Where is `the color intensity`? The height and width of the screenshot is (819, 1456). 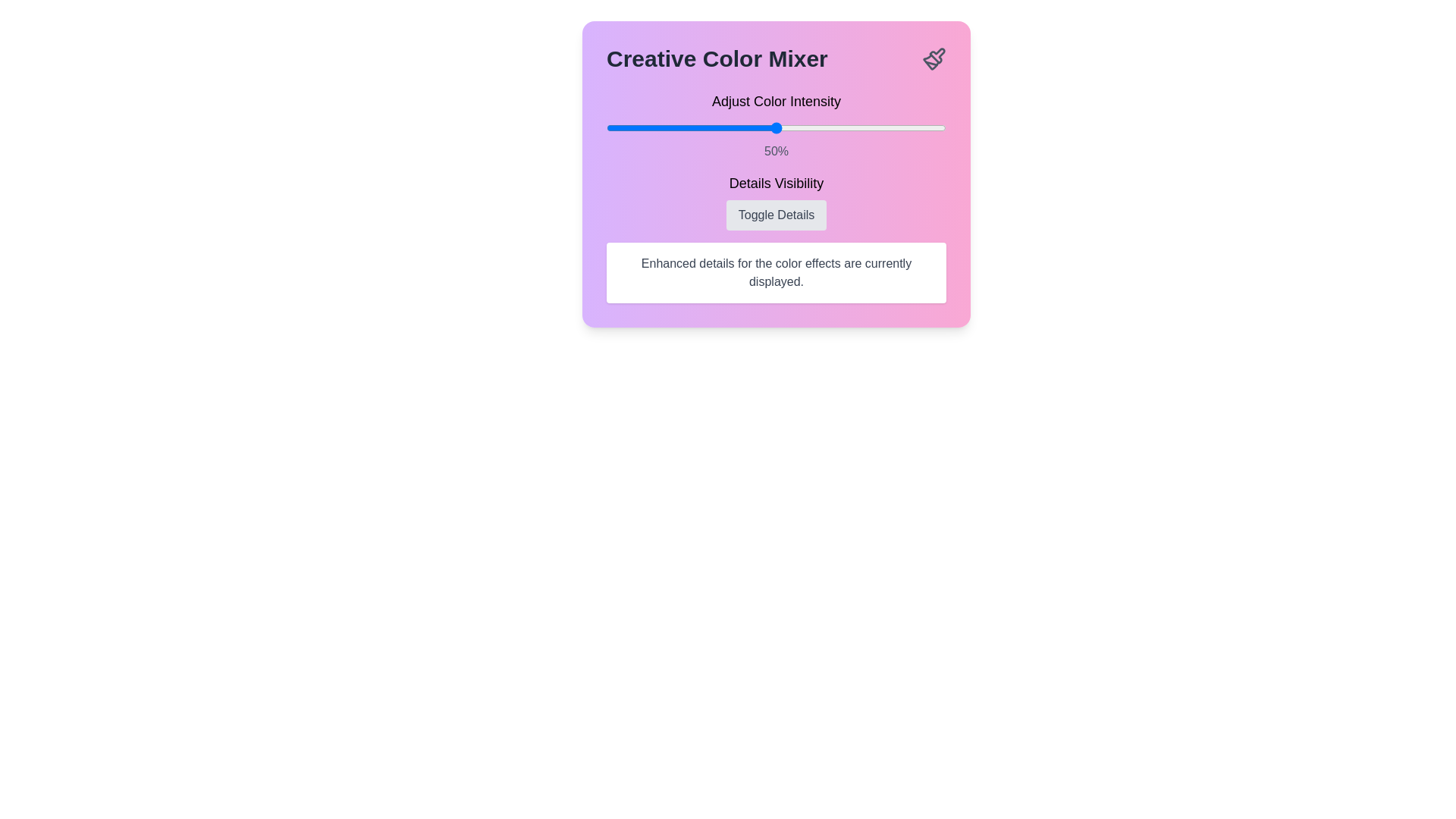
the color intensity is located at coordinates (855, 127).